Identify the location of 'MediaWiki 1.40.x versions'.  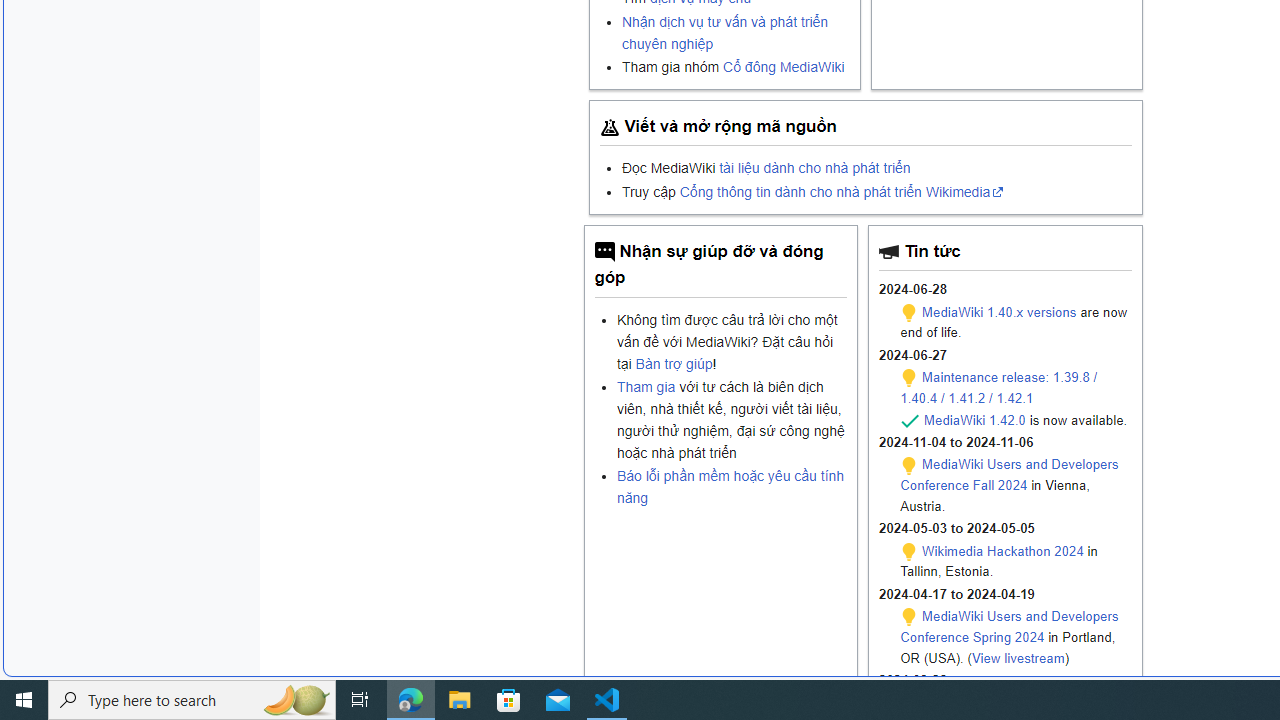
(999, 311).